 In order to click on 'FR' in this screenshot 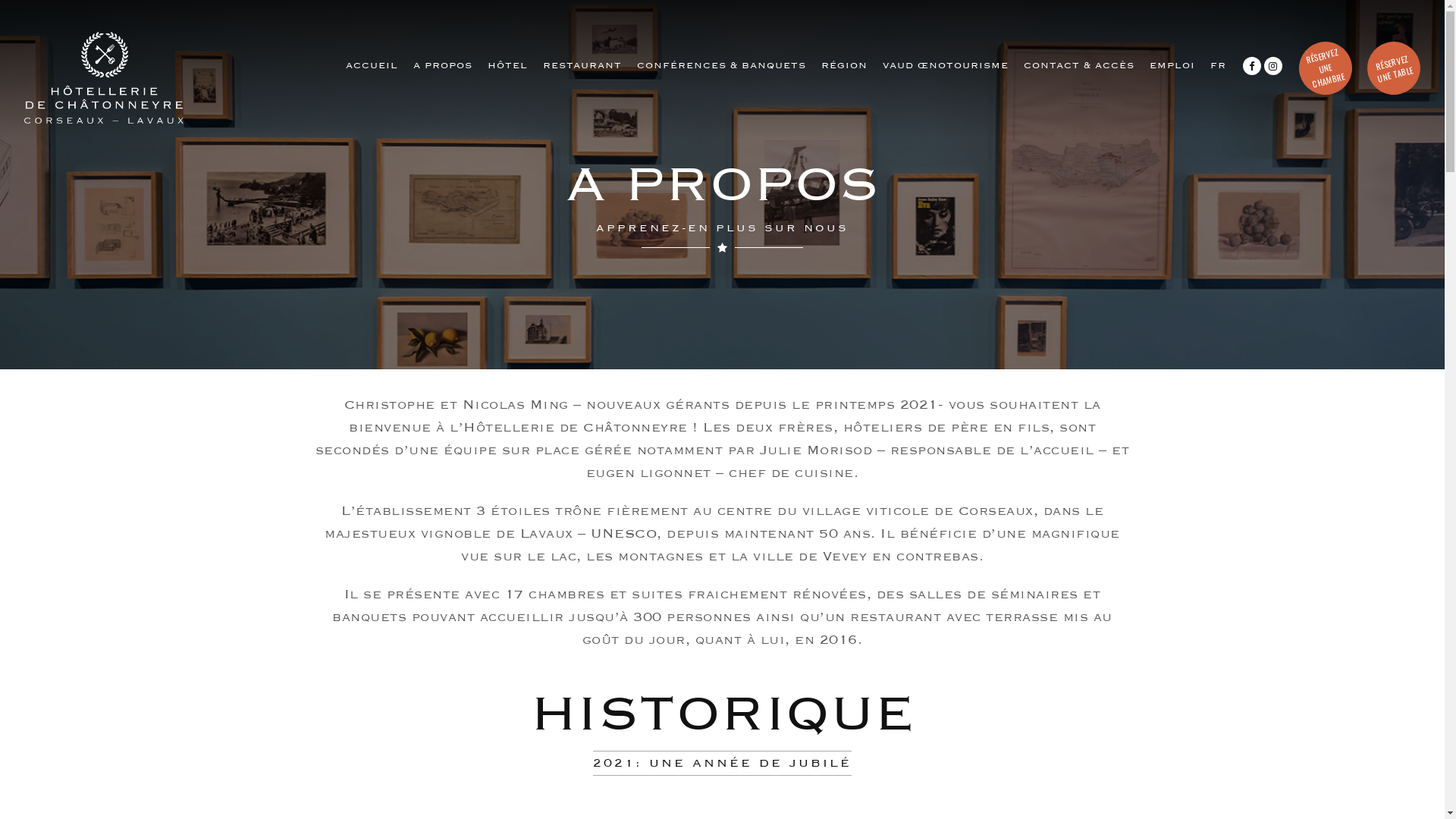, I will do `click(1218, 64)`.